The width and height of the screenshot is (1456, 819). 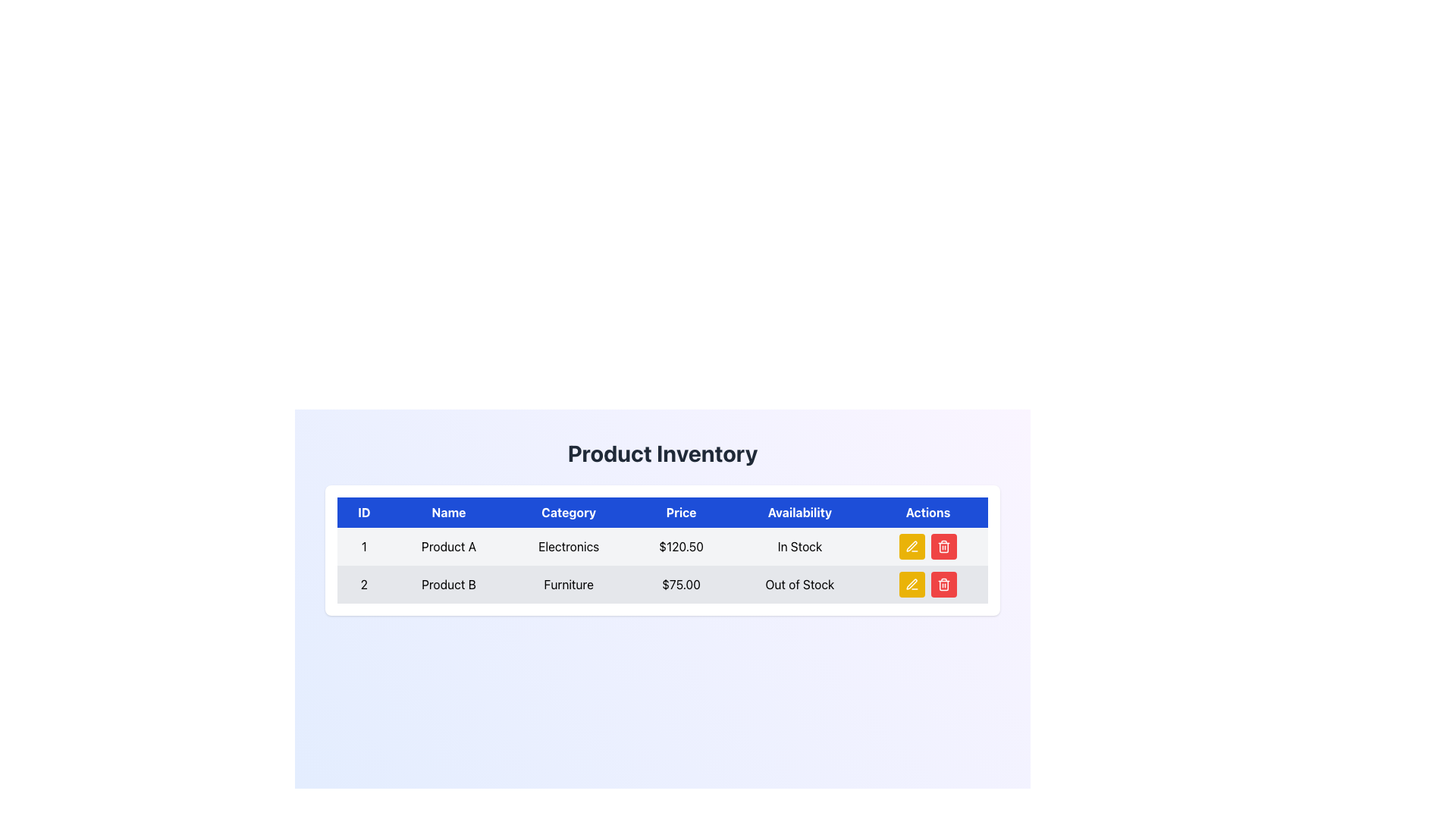 What do you see at coordinates (943, 584) in the screenshot?
I see `the trash bin icon with a red background in the 'Actions' column of the last row` at bounding box center [943, 584].